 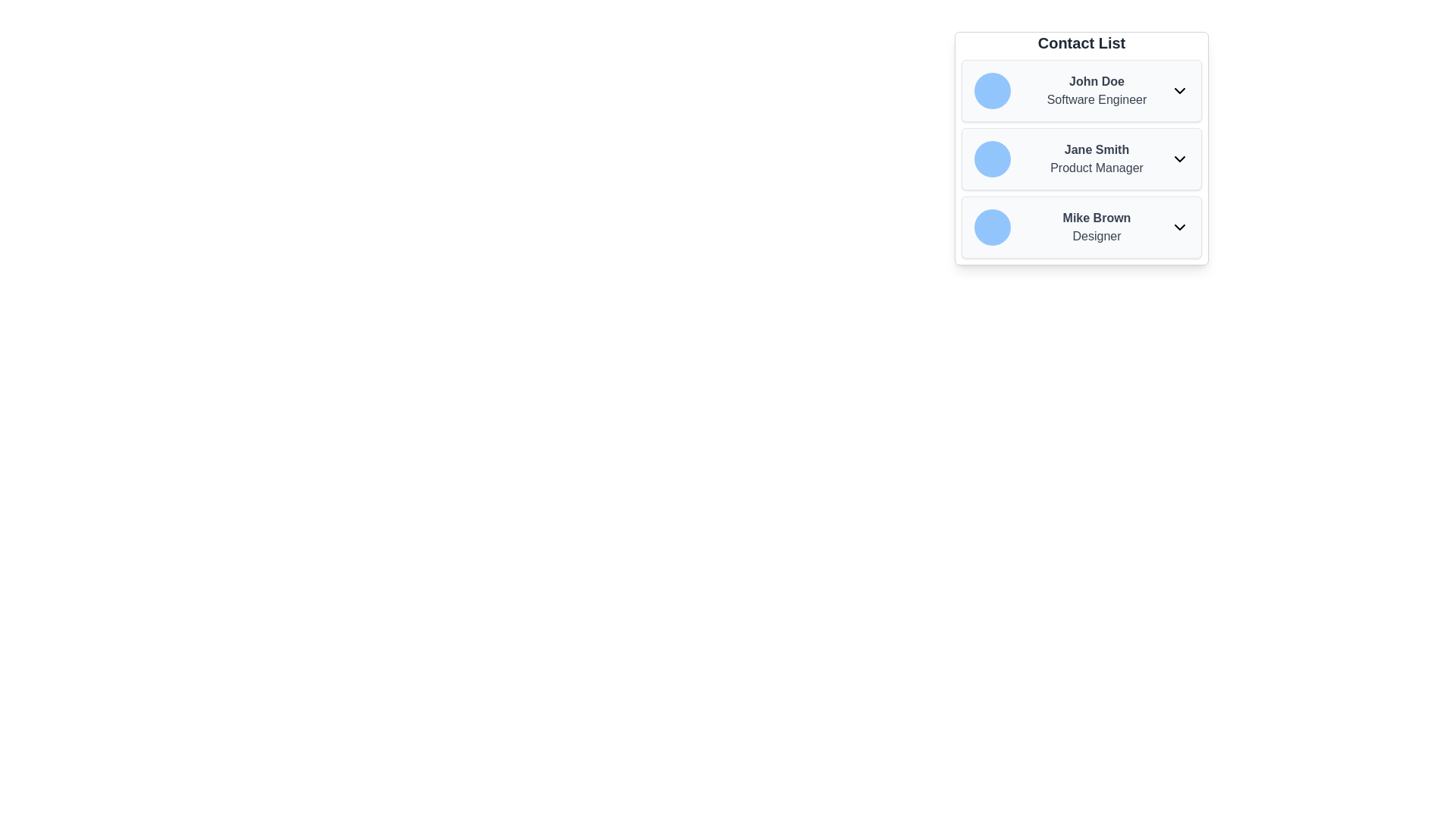 What do you see at coordinates (993, 158) in the screenshot?
I see `the circular light blue avatar placeholder associated with 'Jane Smith' in the contact list` at bounding box center [993, 158].